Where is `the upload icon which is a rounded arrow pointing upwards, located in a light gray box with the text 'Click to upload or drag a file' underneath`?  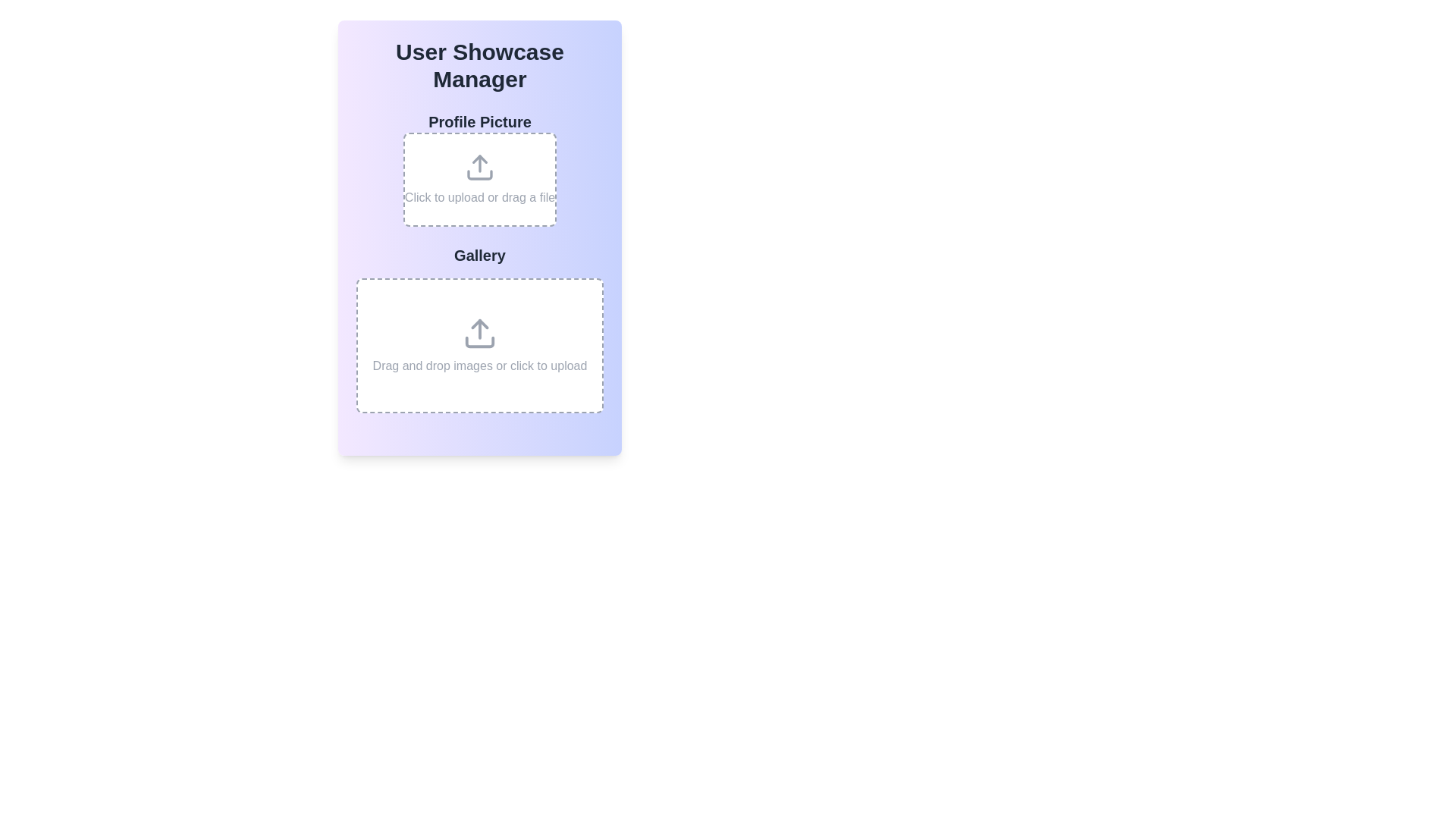 the upload icon which is a rounded arrow pointing upwards, located in a light gray box with the text 'Click to upload or drag a file' underneath is located at coordinates (479, 167).